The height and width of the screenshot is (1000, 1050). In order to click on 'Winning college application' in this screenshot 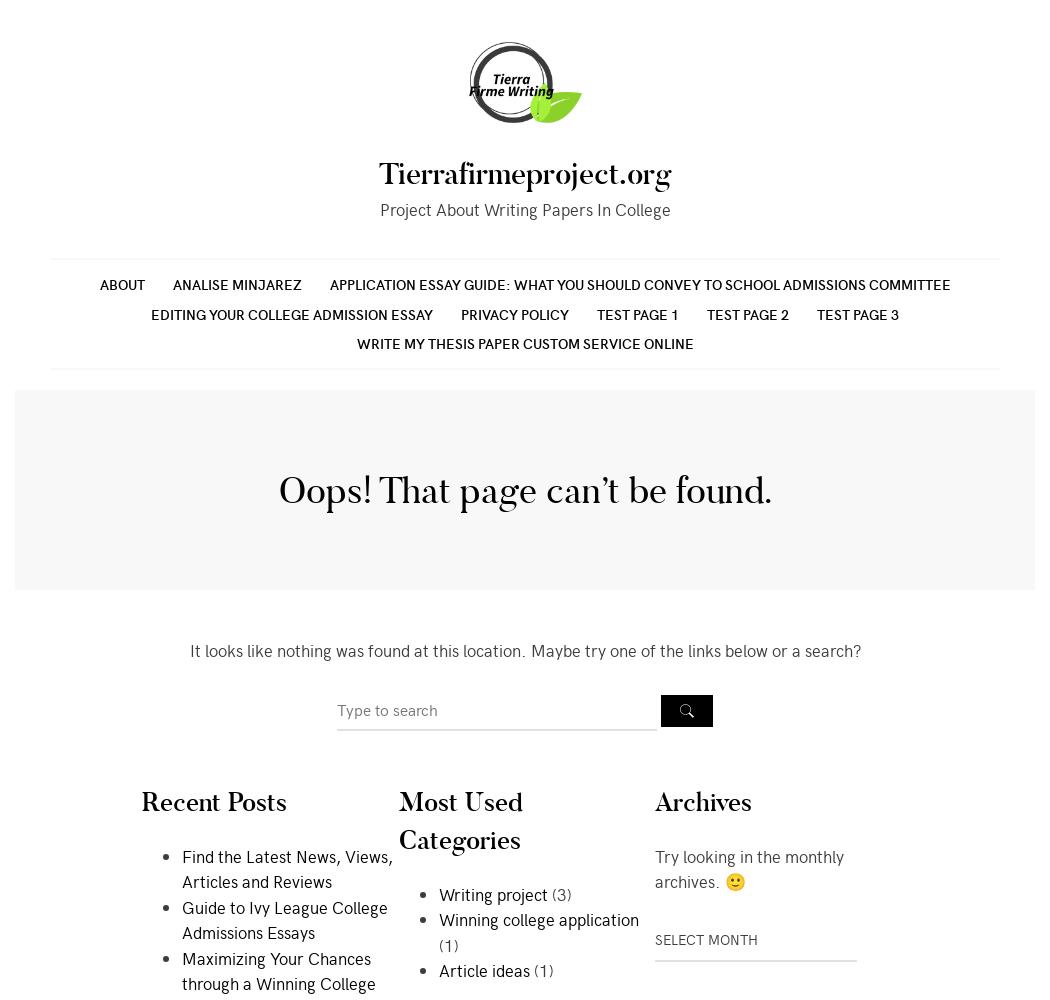, I will do `click(538, 919)`.